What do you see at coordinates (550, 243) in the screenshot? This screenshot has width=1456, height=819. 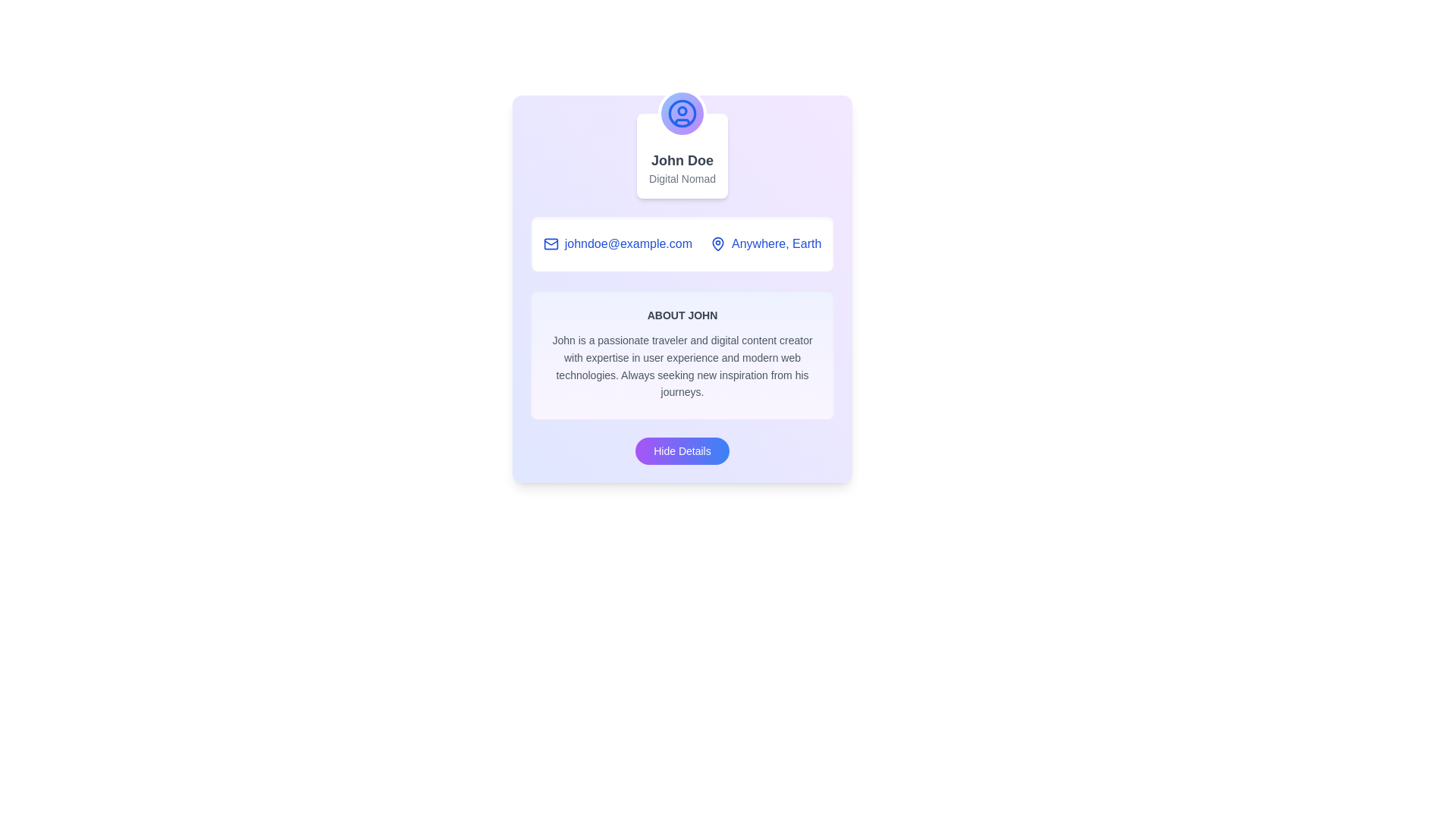 I see `the blue outline envelope-shaped icon positioned to the left of the email address 'johndoe@example.com'` at bounding box center [550, 243].